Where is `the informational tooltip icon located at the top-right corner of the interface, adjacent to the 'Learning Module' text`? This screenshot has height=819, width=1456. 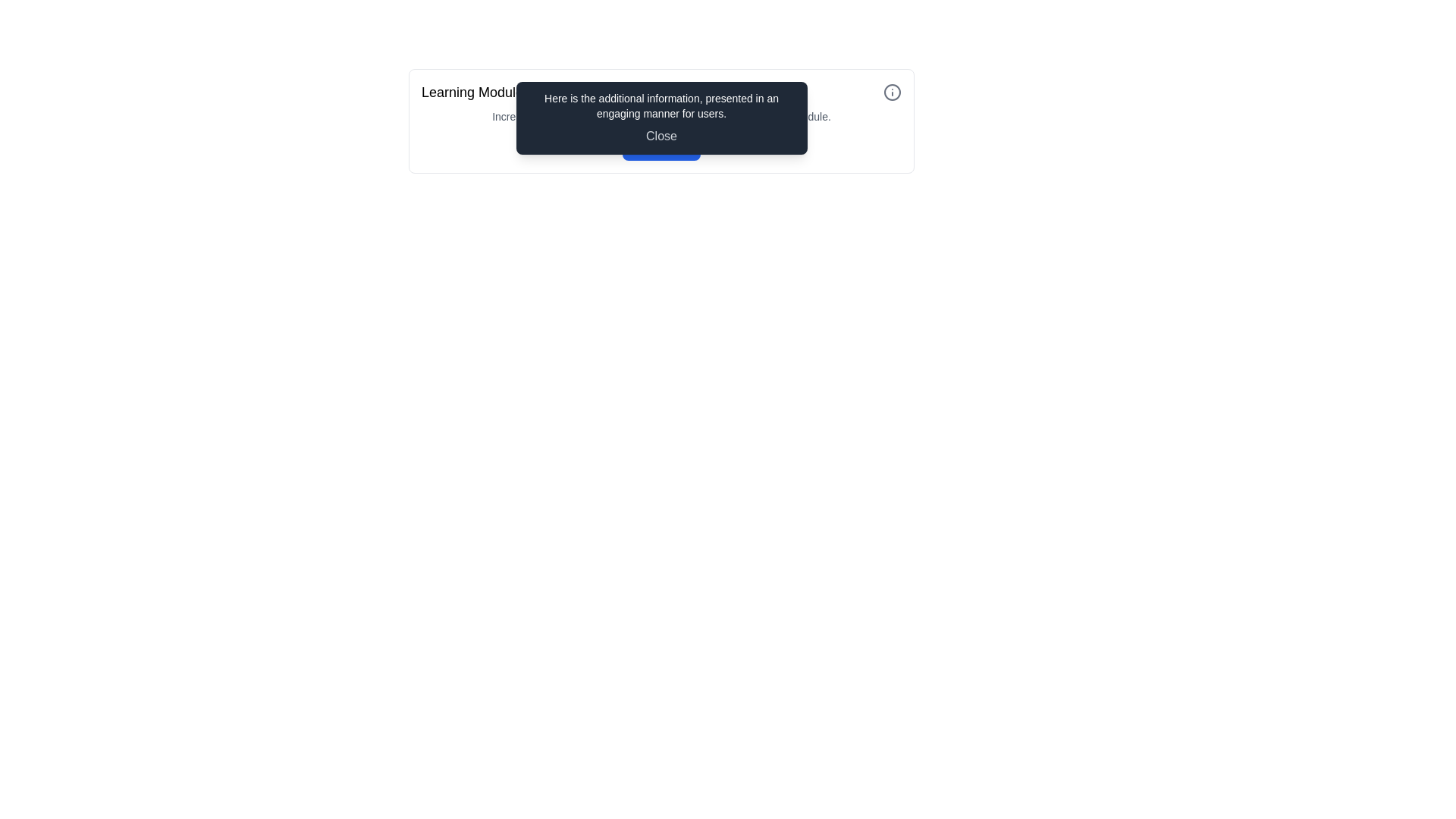
the informational tooltip icon located at the top-right corner of the interface, adjacent to the 'Learning Module' text is located at coordinates (892, 93).